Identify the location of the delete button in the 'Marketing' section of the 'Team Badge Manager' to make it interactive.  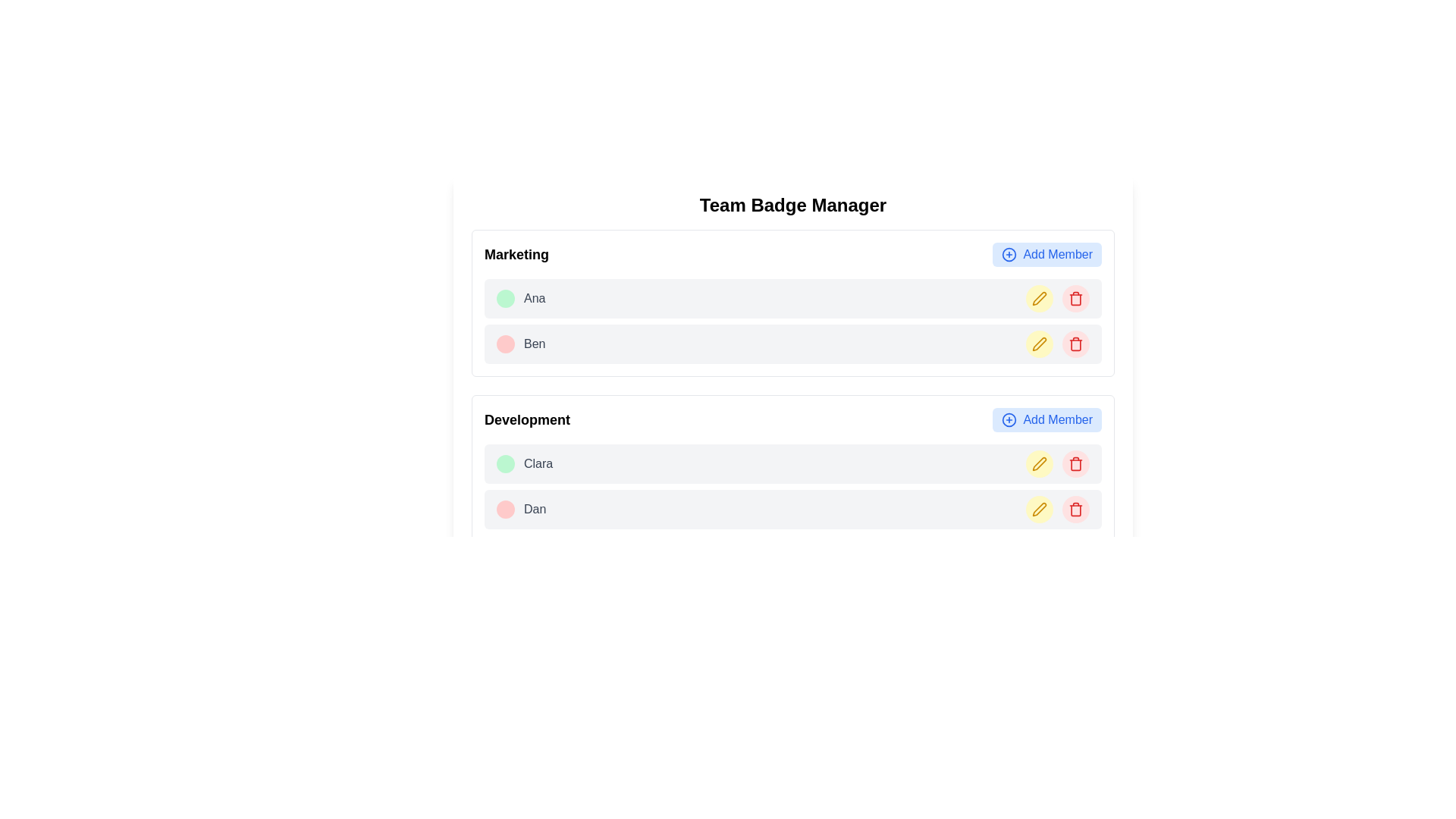
(1075, 298).